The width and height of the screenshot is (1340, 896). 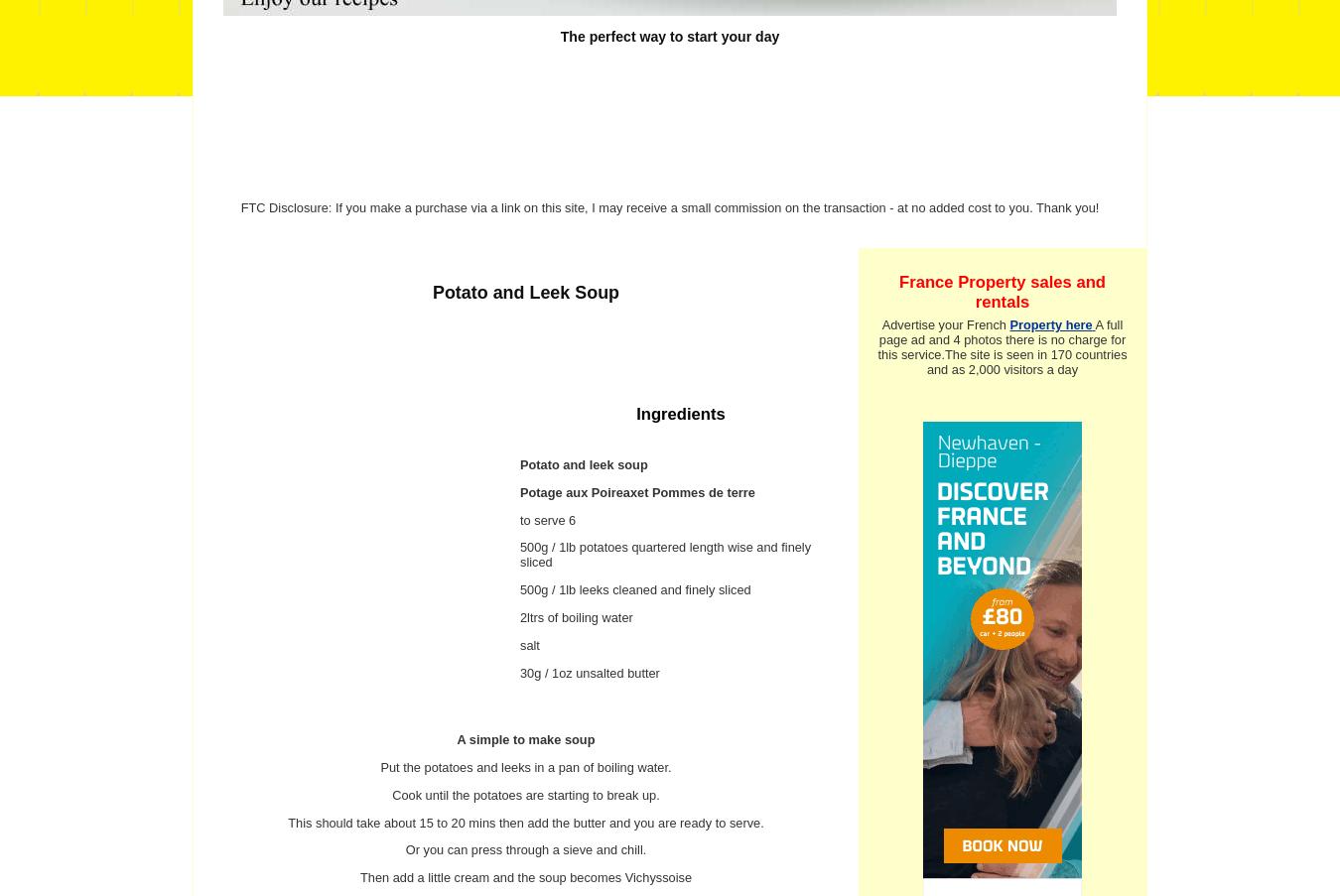 What do you see at coordinates (286, 821) in the screenshot?
I see `'This should take about 15 to 20 mins then
add the butter and you are ready to serve.'` at bounding box center [286, 821].